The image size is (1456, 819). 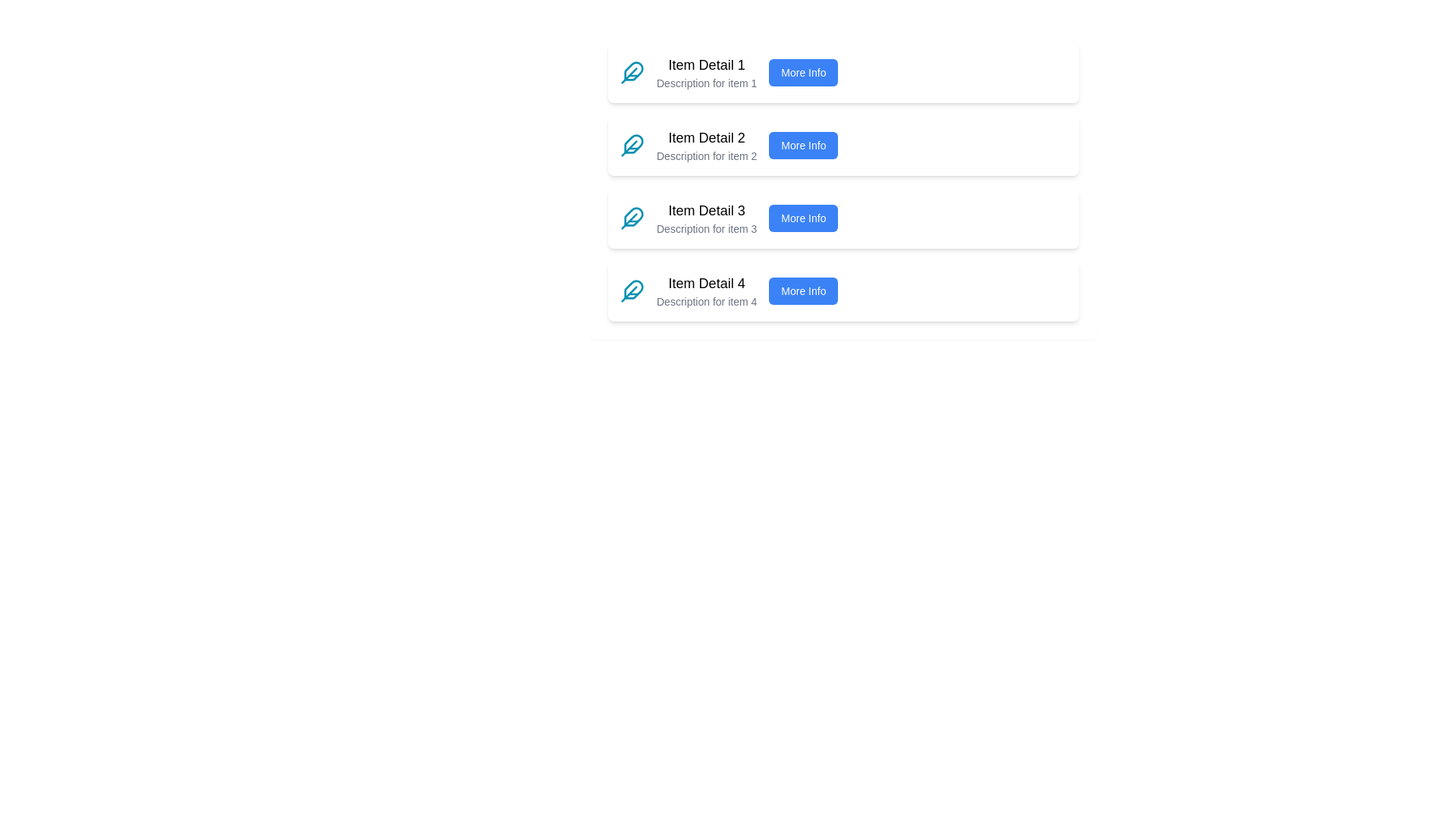 I want to click on the text label reading 'Description for item 4' styled in gray color, positioned directly below the 'Item Detail 4' header, so click(x=706, y=301).